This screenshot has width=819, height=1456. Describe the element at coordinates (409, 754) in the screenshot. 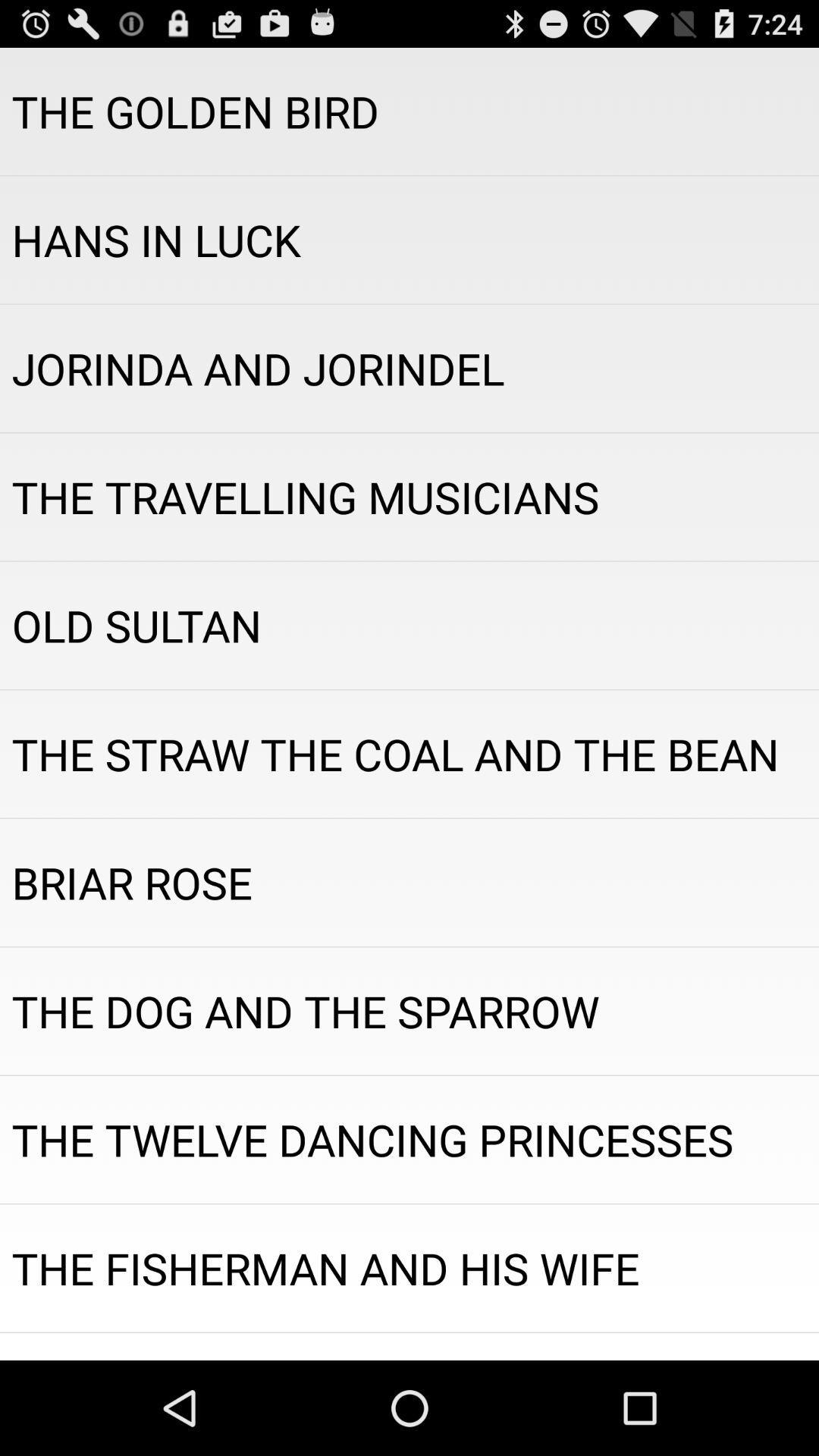

I see `the straw the icon` at that location.